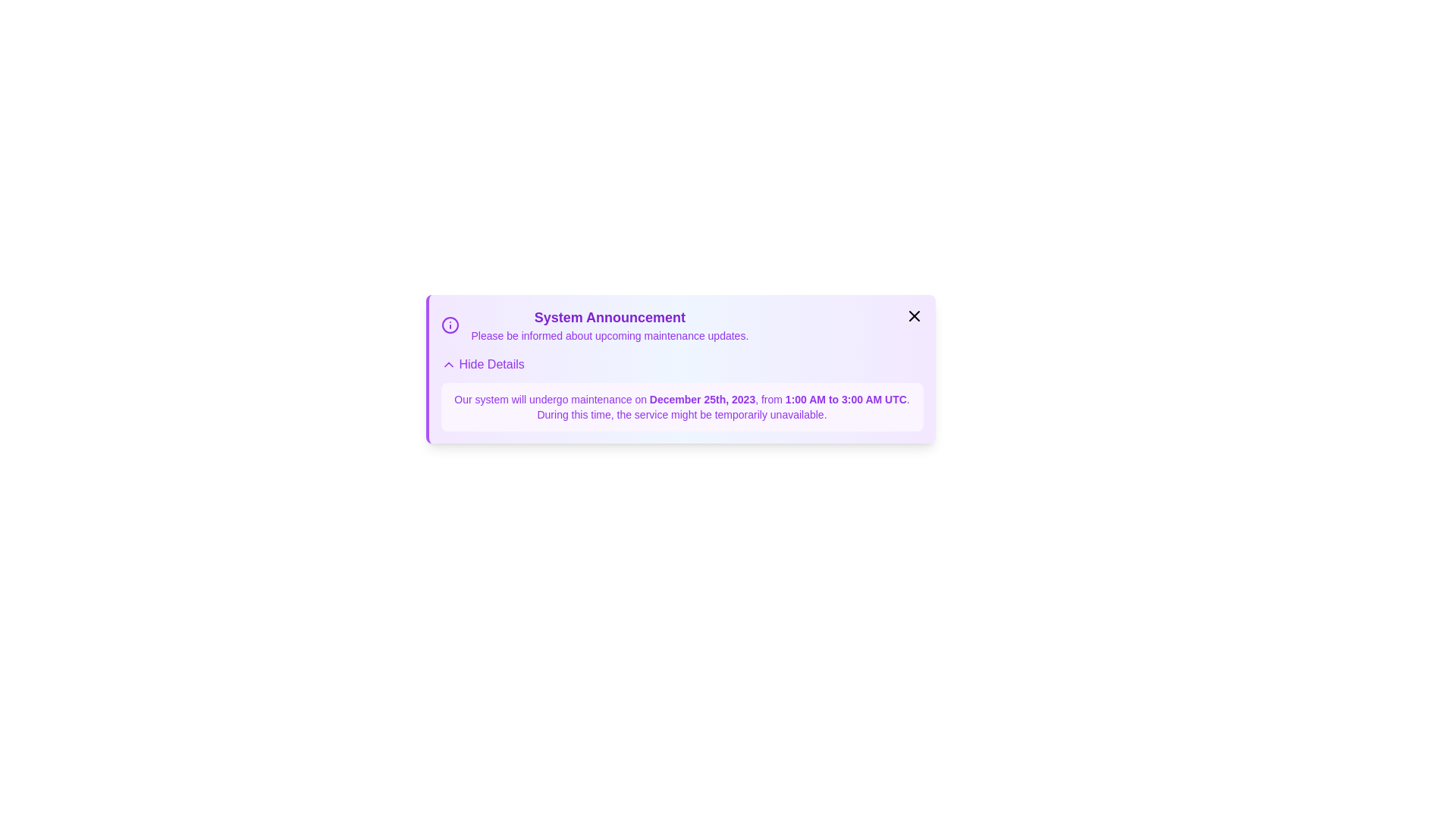 This screenshot has width=1456, height=819. What do you see at coordinates (843, 399) in the screenshot?
I see `the Text label displaying '1:00 AM to 3:00 AM UTC' in purple font, located within a notification box under the system maintenance schedule announcement` at bounding box center [843, 399].